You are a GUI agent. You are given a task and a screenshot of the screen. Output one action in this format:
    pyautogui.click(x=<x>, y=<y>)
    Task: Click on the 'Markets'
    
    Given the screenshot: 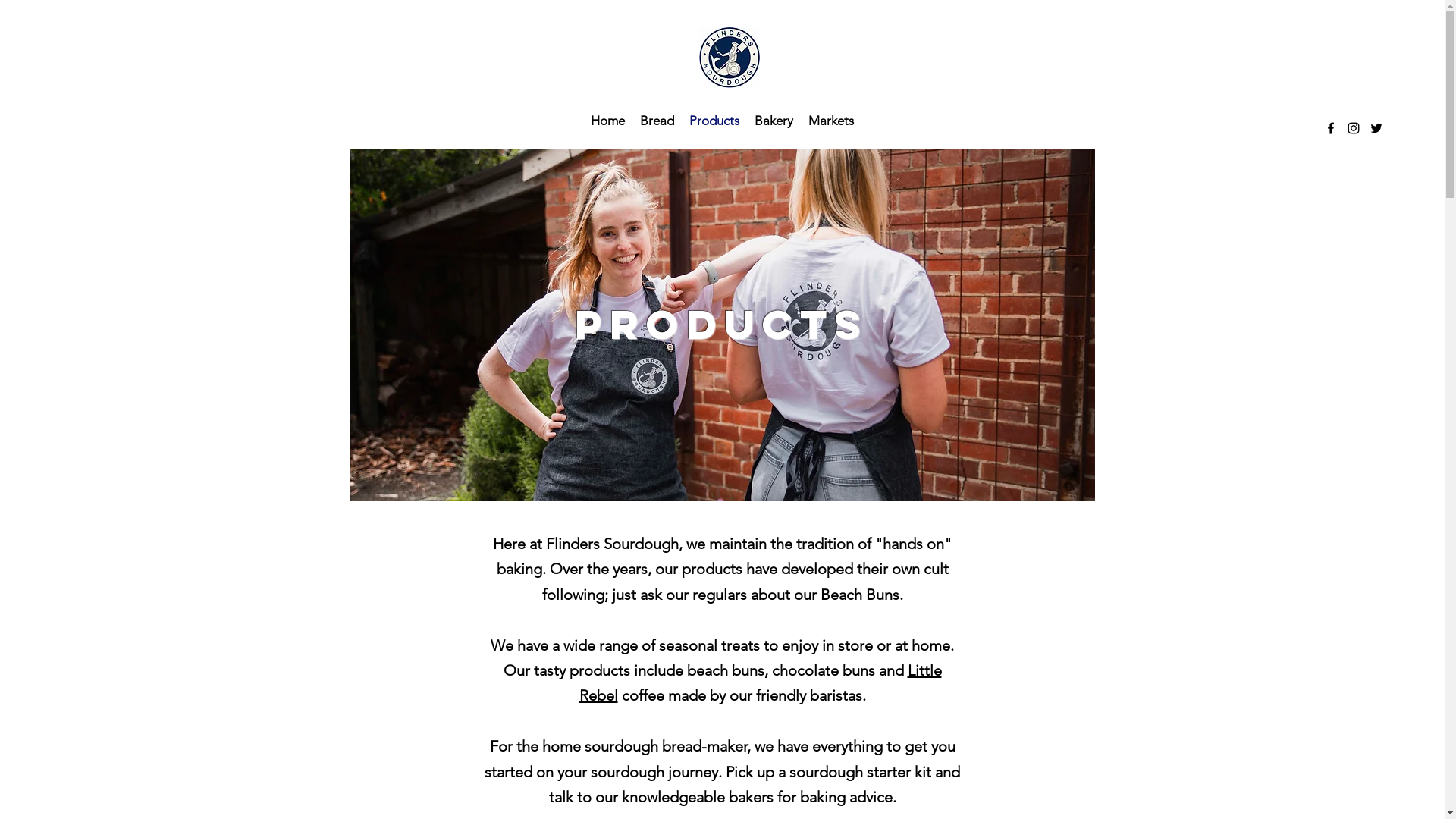 What is the action you would take?
    pyautogui.click(x=830, y=119)
    